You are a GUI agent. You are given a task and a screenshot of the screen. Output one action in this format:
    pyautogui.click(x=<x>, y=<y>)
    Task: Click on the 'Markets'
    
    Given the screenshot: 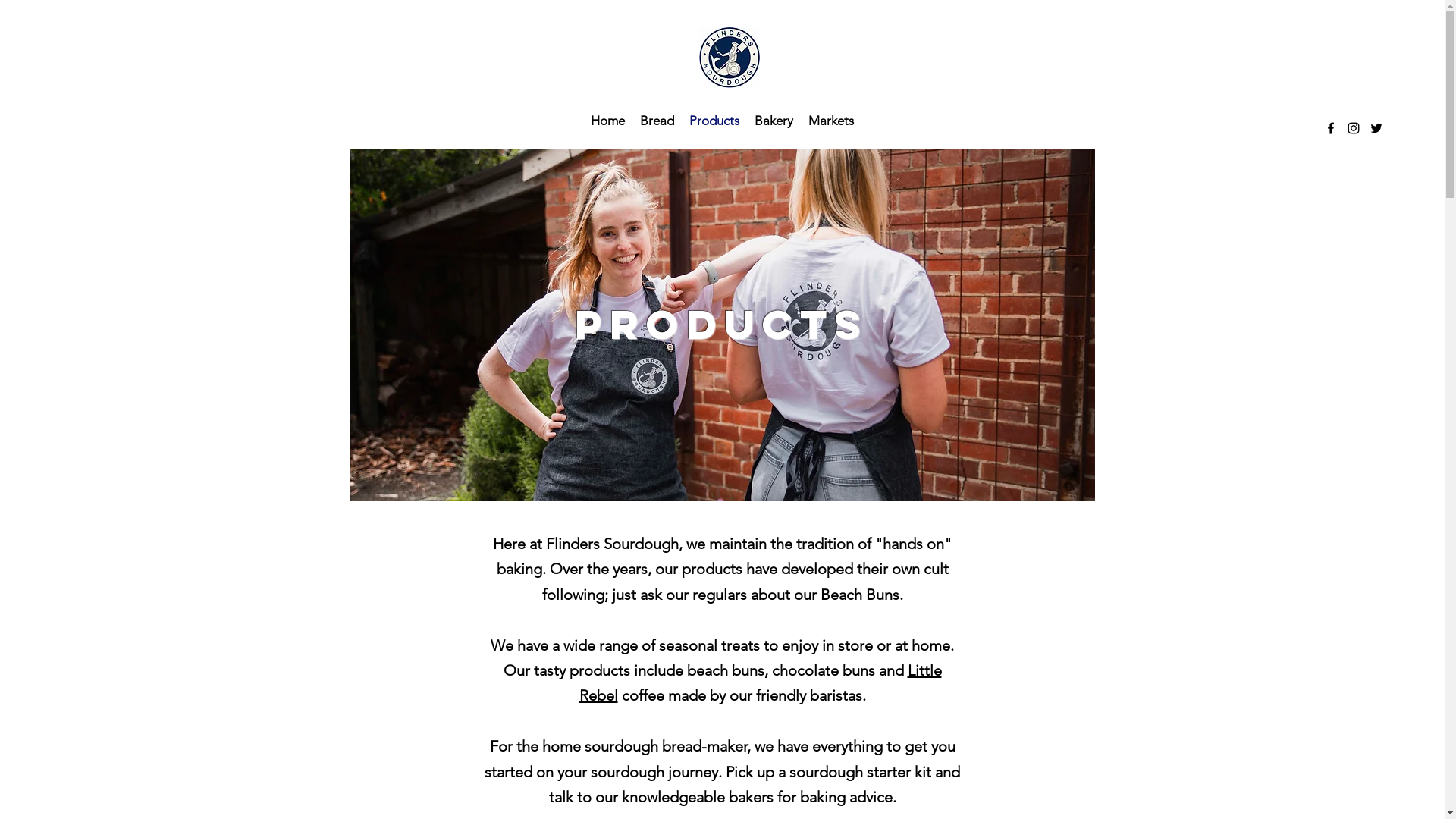 What is the action you would take?
    pyautogui.click(x=830, y=119)
    